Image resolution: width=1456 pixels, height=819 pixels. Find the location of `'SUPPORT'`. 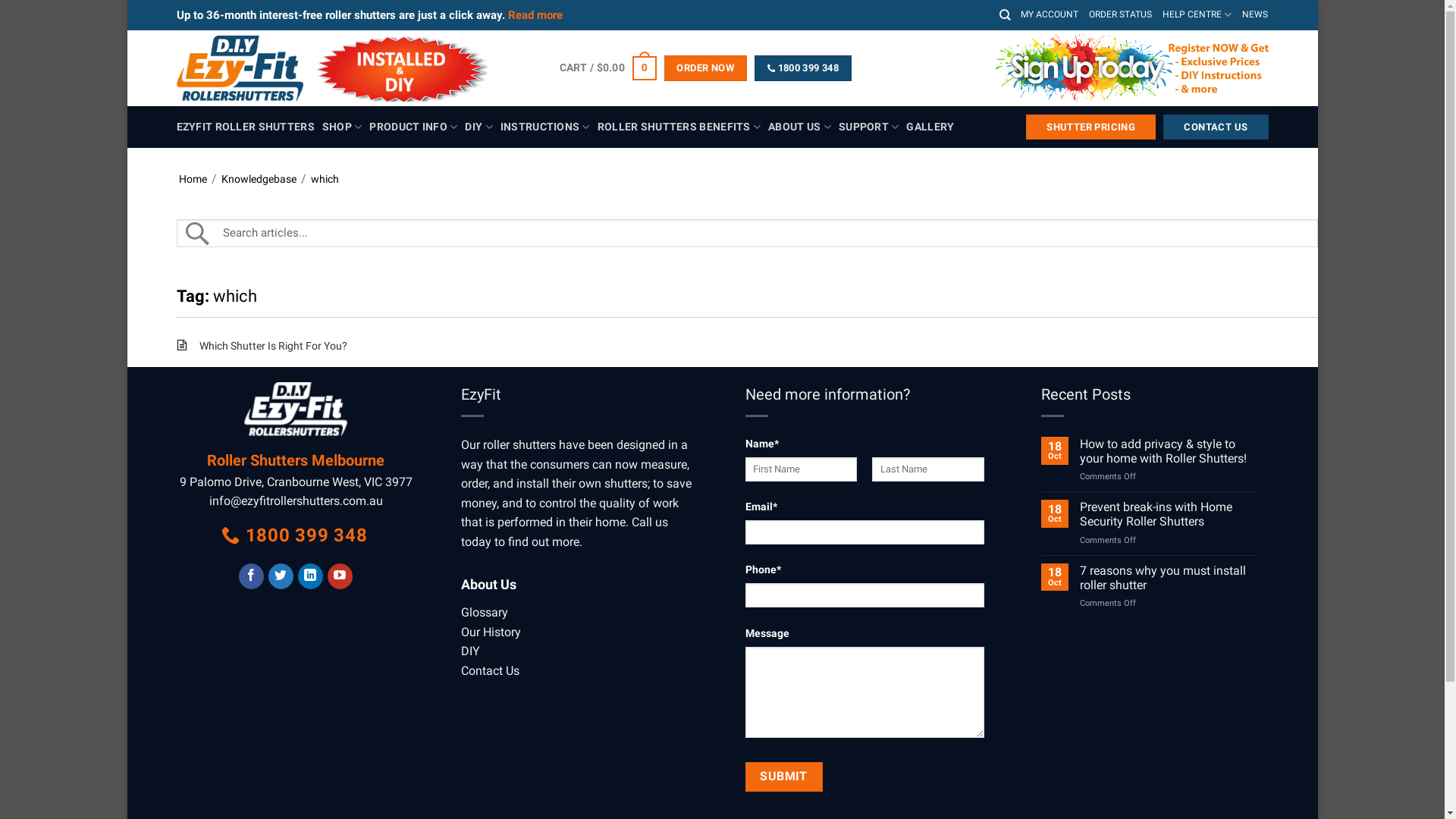

'SUPPORT' is located at coordinates (869, 126).